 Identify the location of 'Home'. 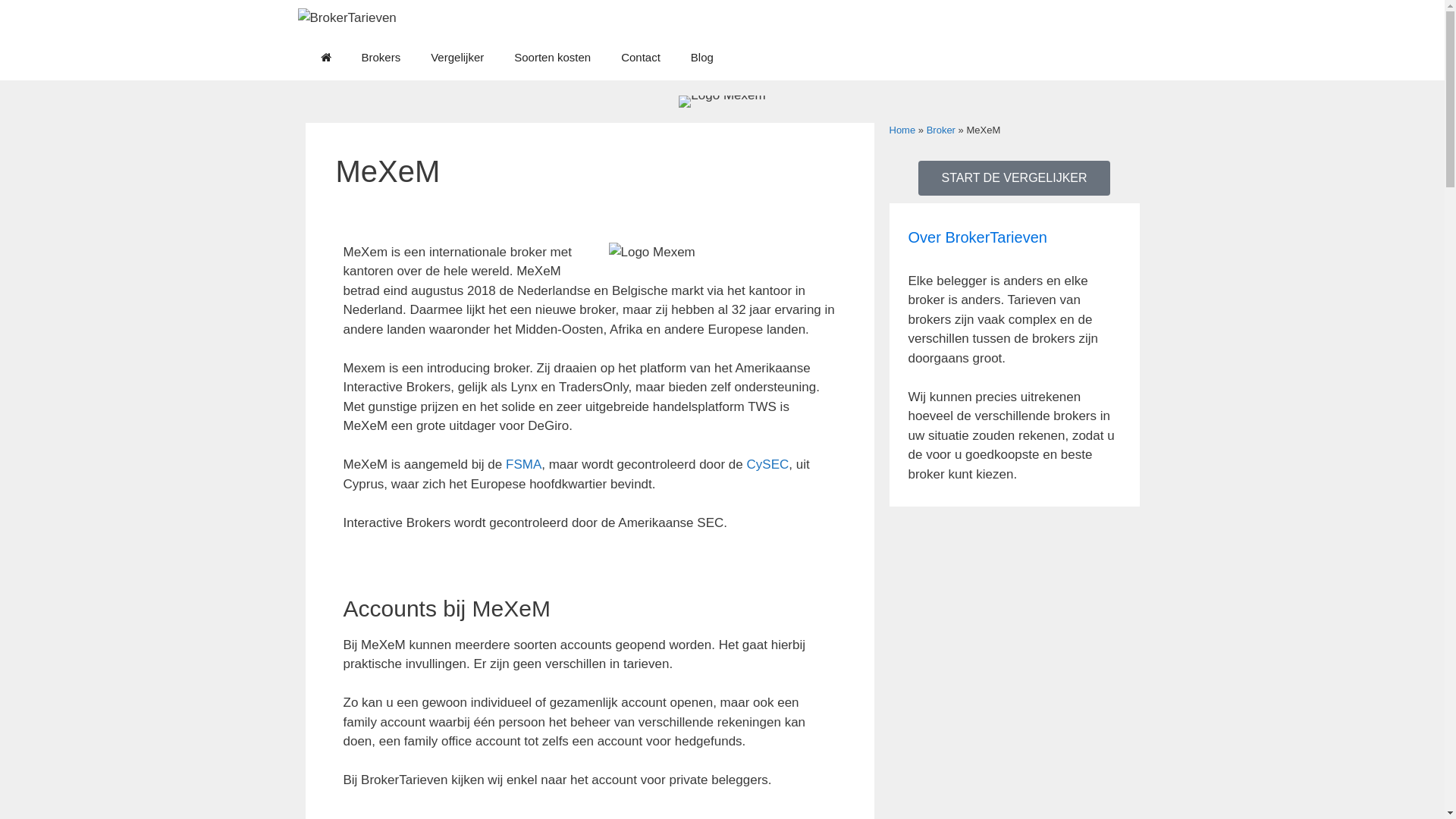
(902, 129).